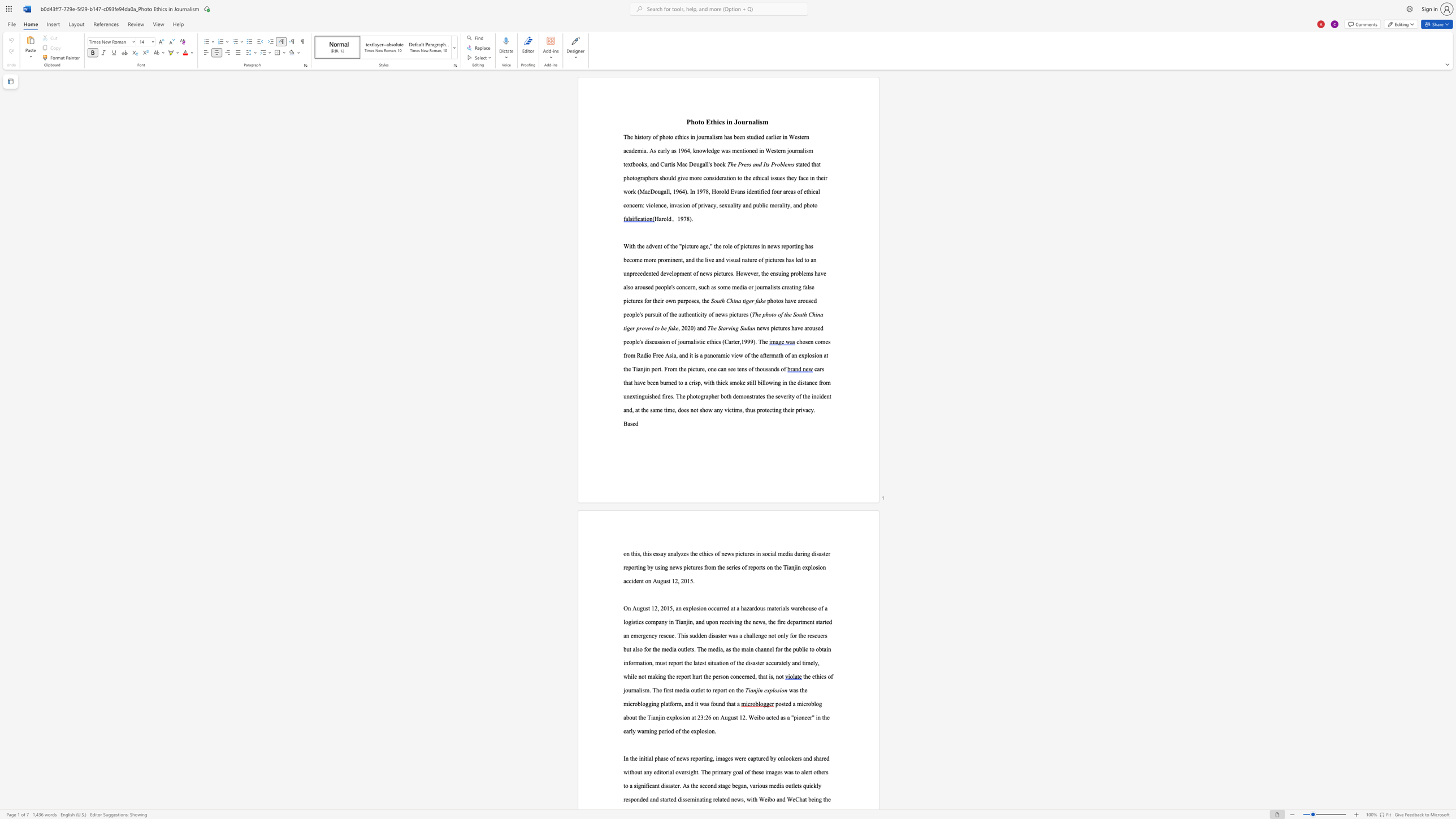  I want to click on the subset text "king the report hurt the person concerned, t" within the text ", while not making the report hurt the person concerned, that is, not", so click(655, 675).